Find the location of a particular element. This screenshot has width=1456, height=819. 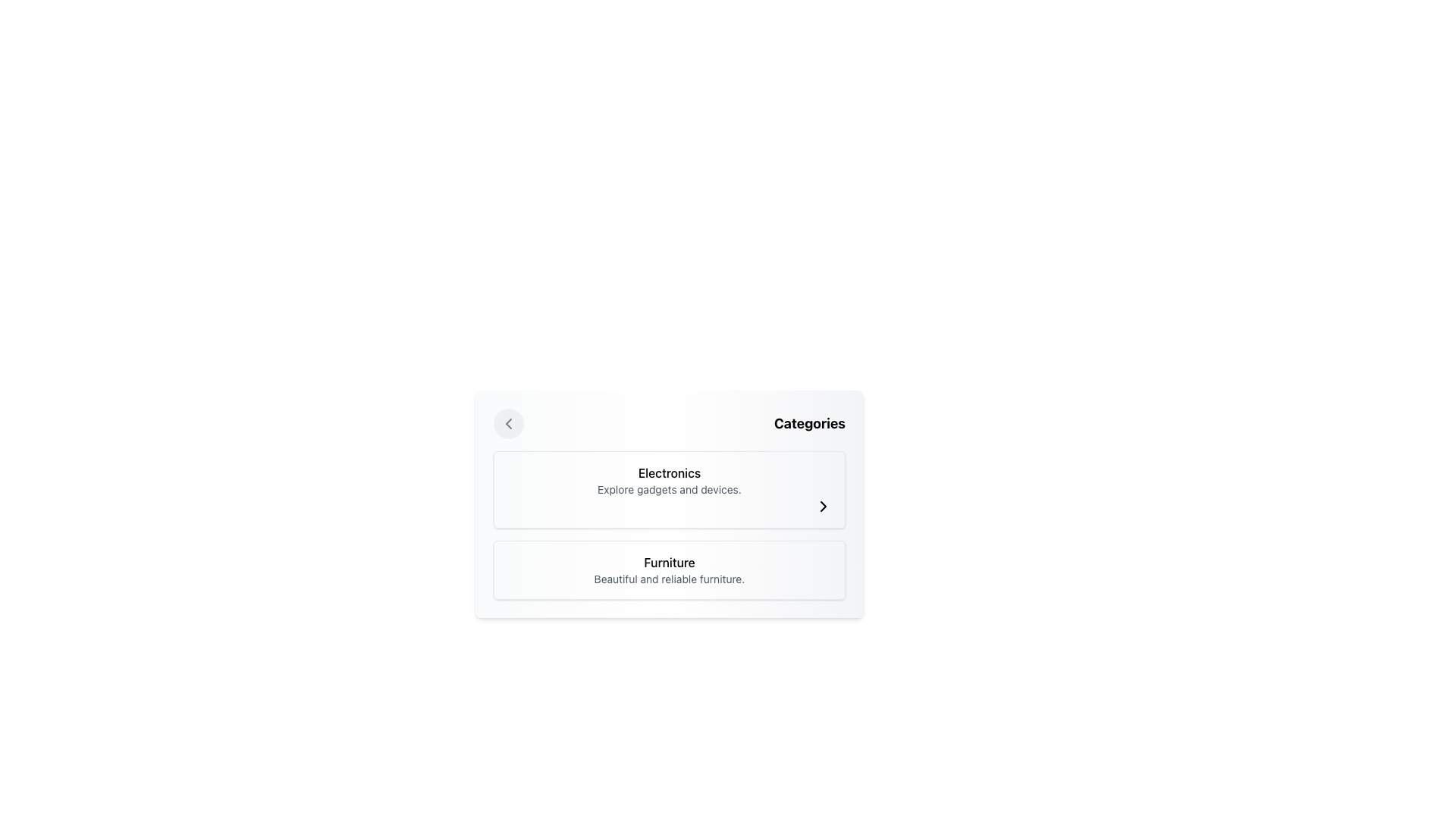

the 'Furniture' text label located in the navigation menu, which is positioned below the 'Electronics' card and is the topmost text element within its card is located at coordinates (669, 562).